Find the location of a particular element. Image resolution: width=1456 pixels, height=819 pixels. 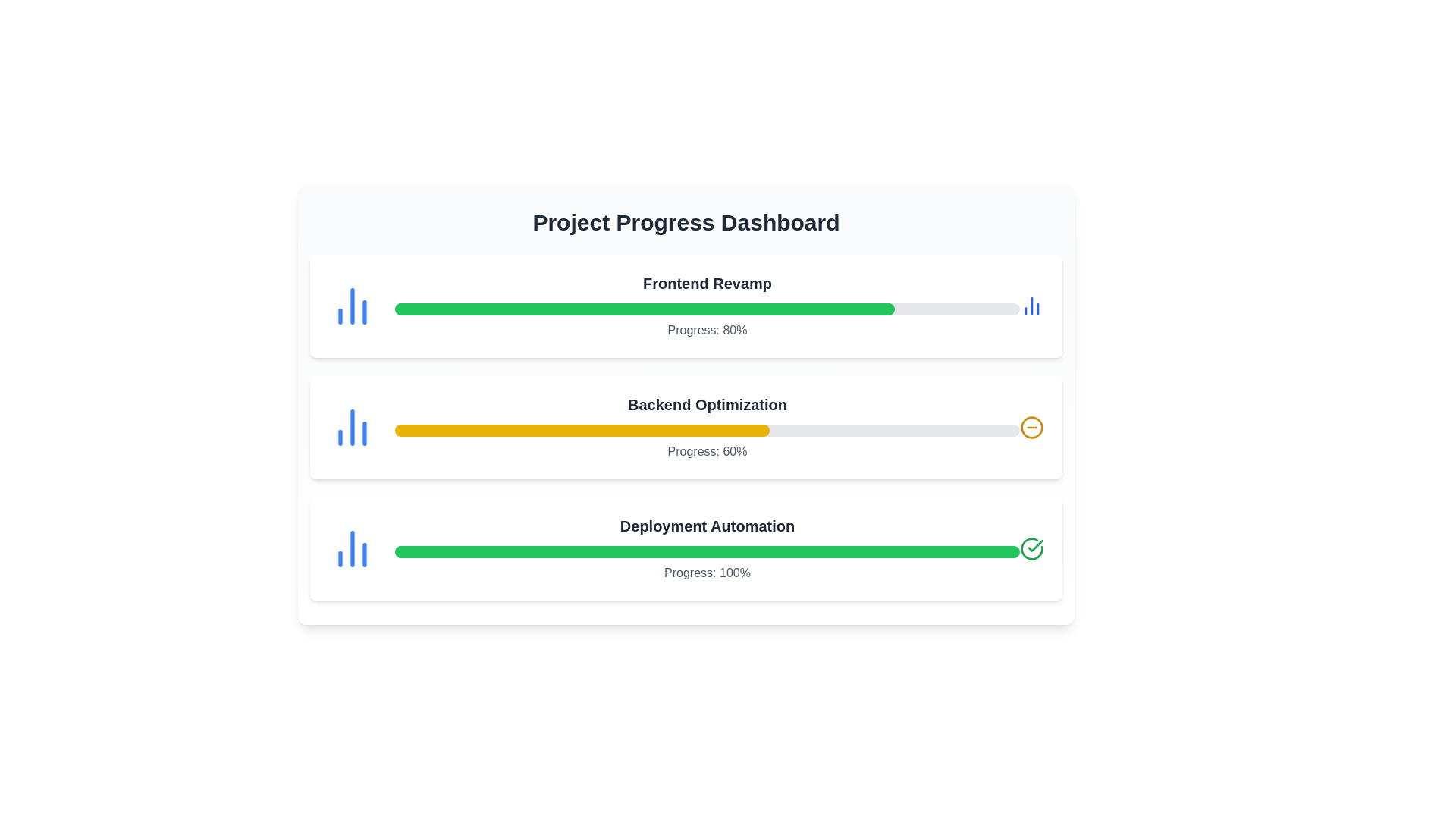

the 'Deployment Automation' header text is located at coordinates (706, 526).